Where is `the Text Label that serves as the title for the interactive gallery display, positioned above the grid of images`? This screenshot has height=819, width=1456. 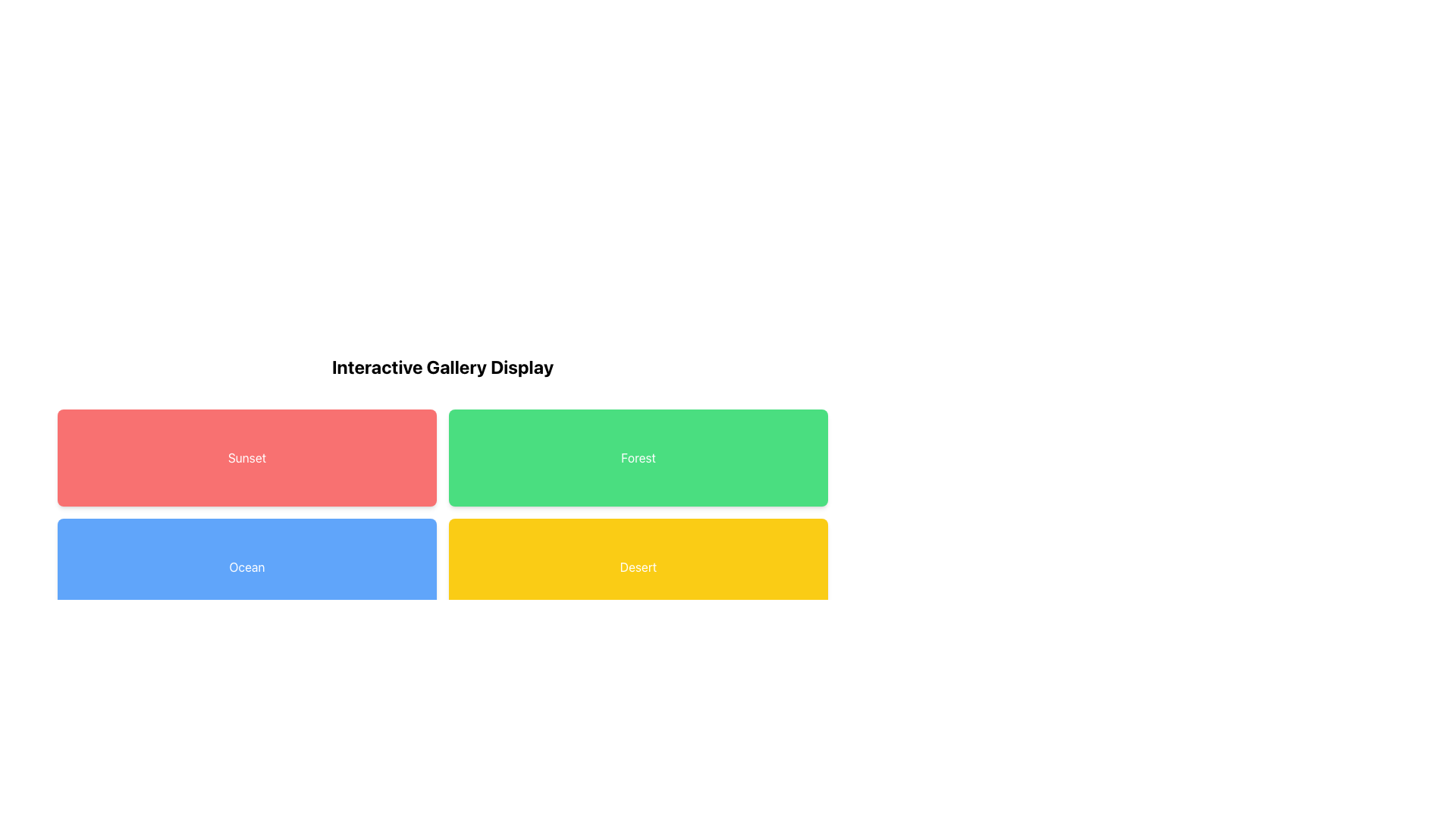
the Text Label that serves as the title for the interactive gallery display, positioned above the grid of images is located at coordinates (442, 366).